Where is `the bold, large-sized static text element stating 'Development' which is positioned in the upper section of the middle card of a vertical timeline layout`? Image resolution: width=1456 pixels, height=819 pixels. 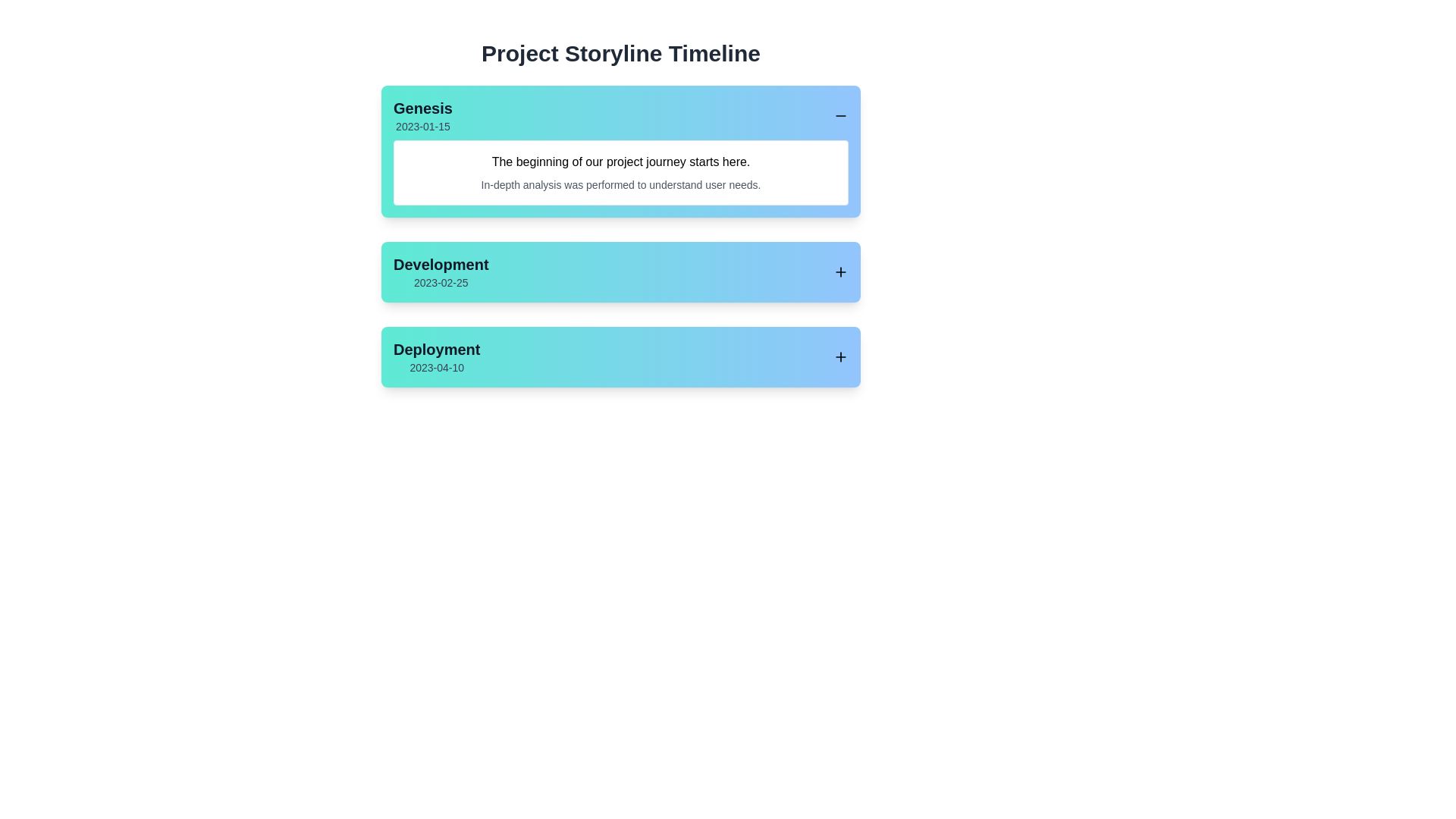 the bold, large-sized static text element stating 'Development' which is positioned in the upper section of the middle card of a vertical timeline layout is located at coordinates (440, 263).